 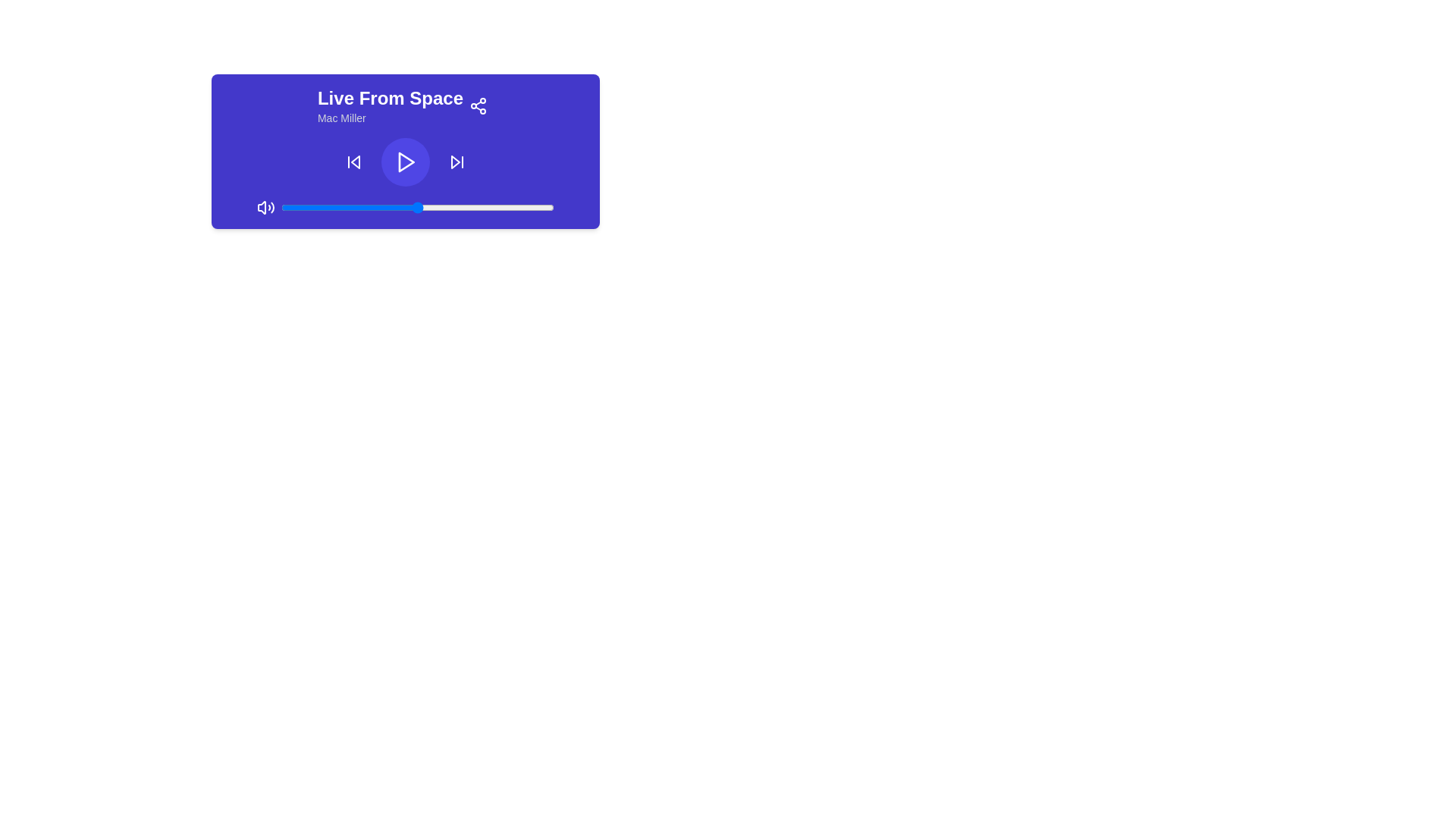 I want to click on the rightmost media control button with a deep purple background and a white forward-skipping symbol, so click(x=457, y=162).